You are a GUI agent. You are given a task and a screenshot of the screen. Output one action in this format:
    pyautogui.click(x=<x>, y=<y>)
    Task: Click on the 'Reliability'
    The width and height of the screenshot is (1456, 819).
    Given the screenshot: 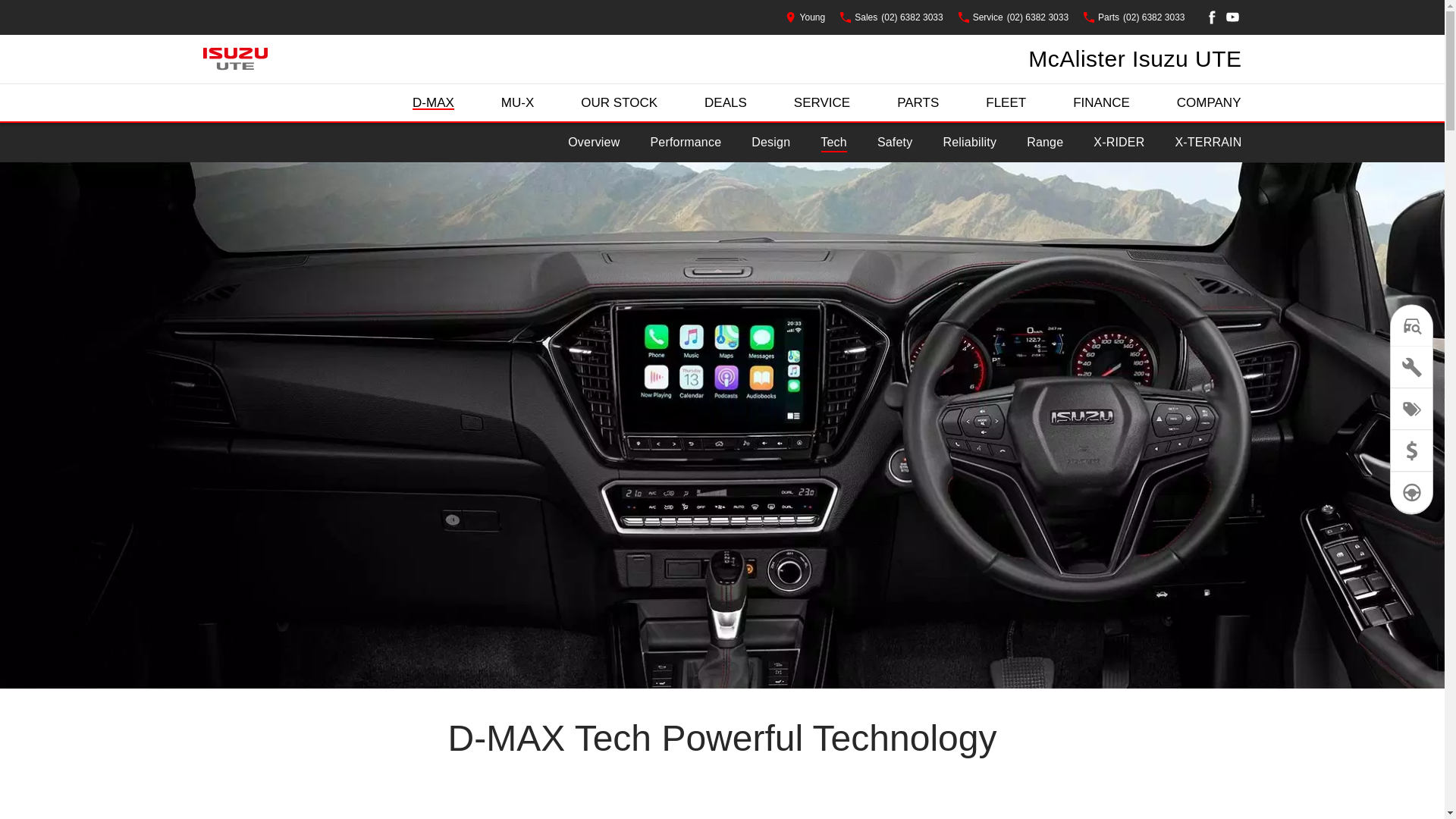 What is the action you would take?
    pyautogui.click(x=934, y=143)
    